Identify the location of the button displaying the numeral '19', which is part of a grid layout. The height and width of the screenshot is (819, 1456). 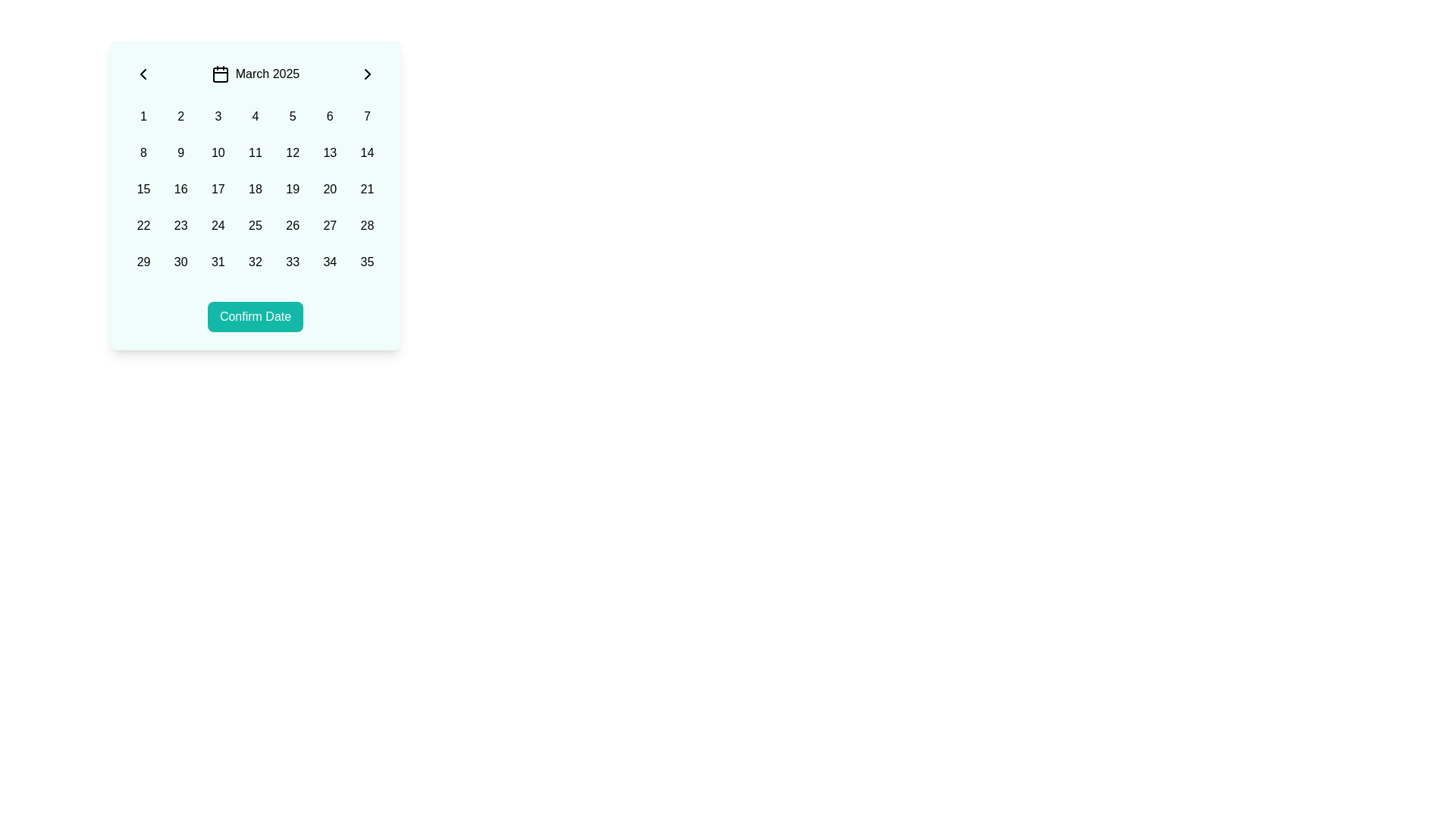
(293, 189).